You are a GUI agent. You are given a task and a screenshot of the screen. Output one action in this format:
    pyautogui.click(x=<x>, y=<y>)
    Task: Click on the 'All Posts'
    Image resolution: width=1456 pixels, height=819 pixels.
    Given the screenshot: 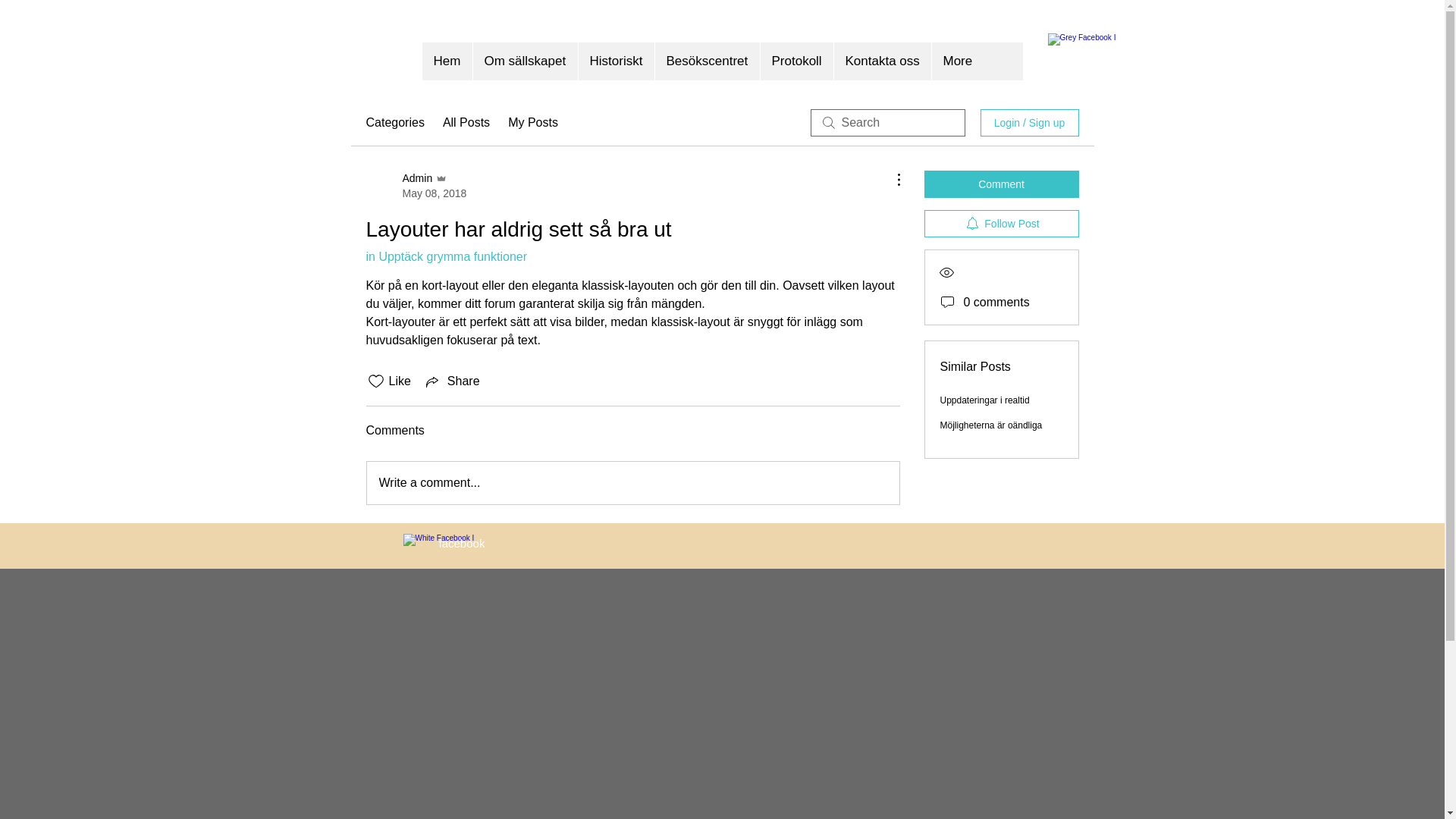 What is the action you would take?
    pyautogui.click(x=465, y=122)
    